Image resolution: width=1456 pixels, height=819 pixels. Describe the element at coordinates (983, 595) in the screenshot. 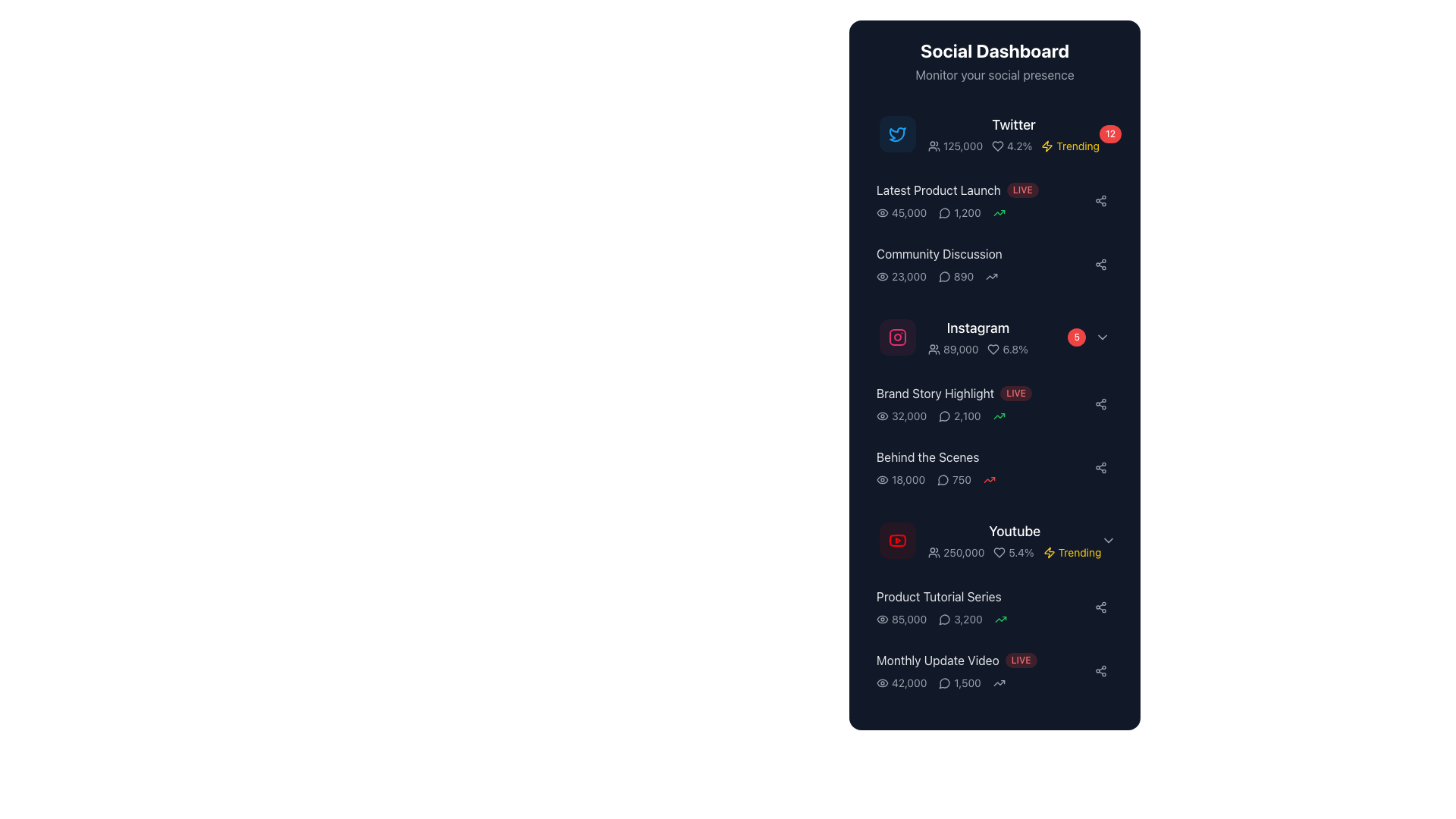

I see `the text label displaying 'Product Tutorial Series' which is aligned to the left in light gray color on a dark background` at that location.